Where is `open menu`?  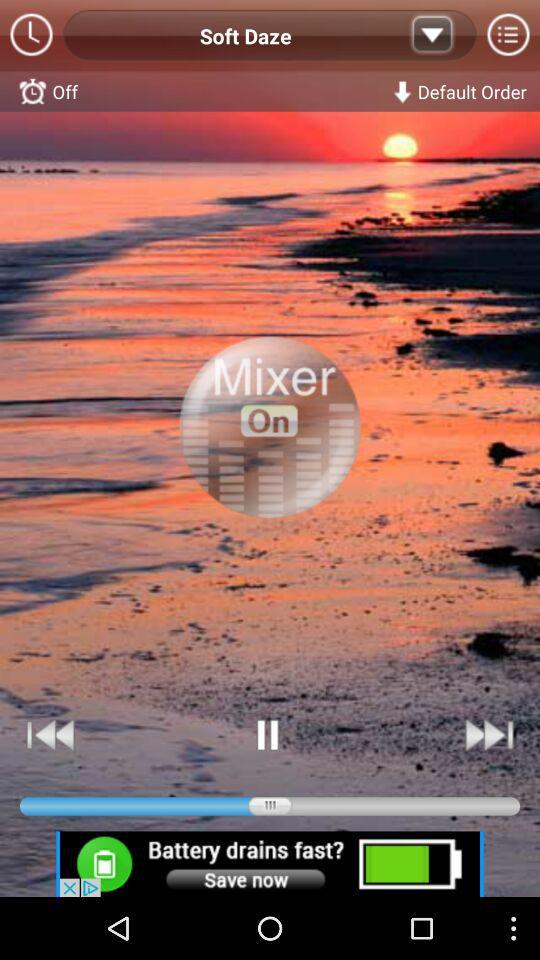
open menu is located at coordinates (508, 35).